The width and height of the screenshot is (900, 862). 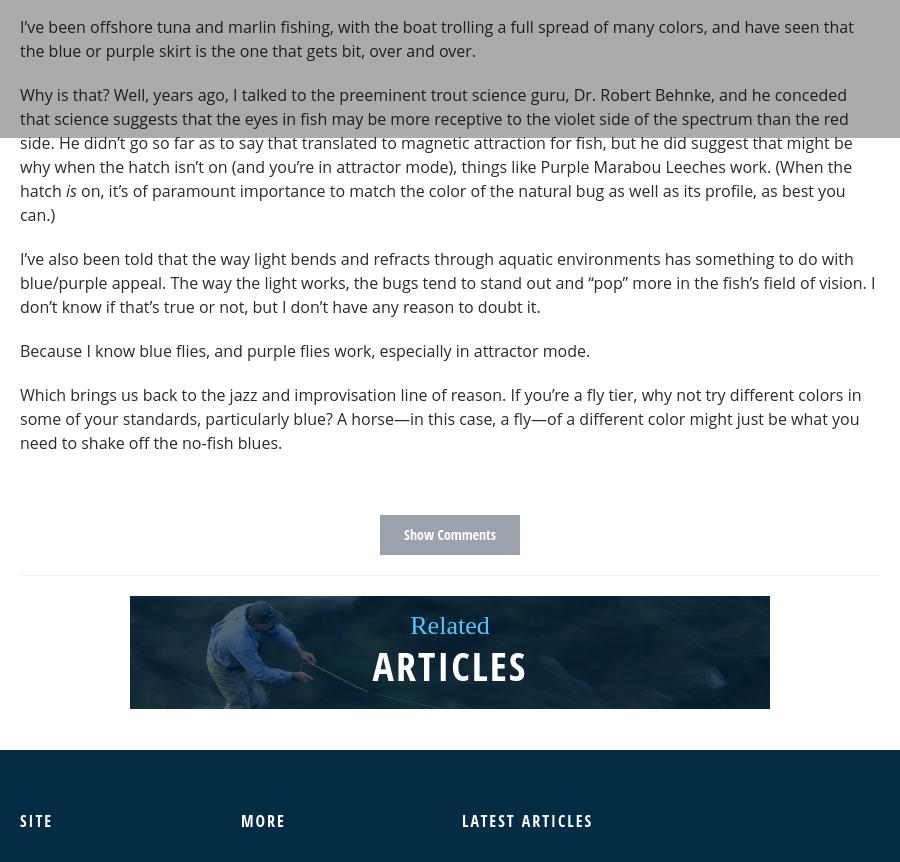 What do you see at coordinates (449, 533) in the screenshot?
I see `'Show Comments'` at bounding box center [449, 533].